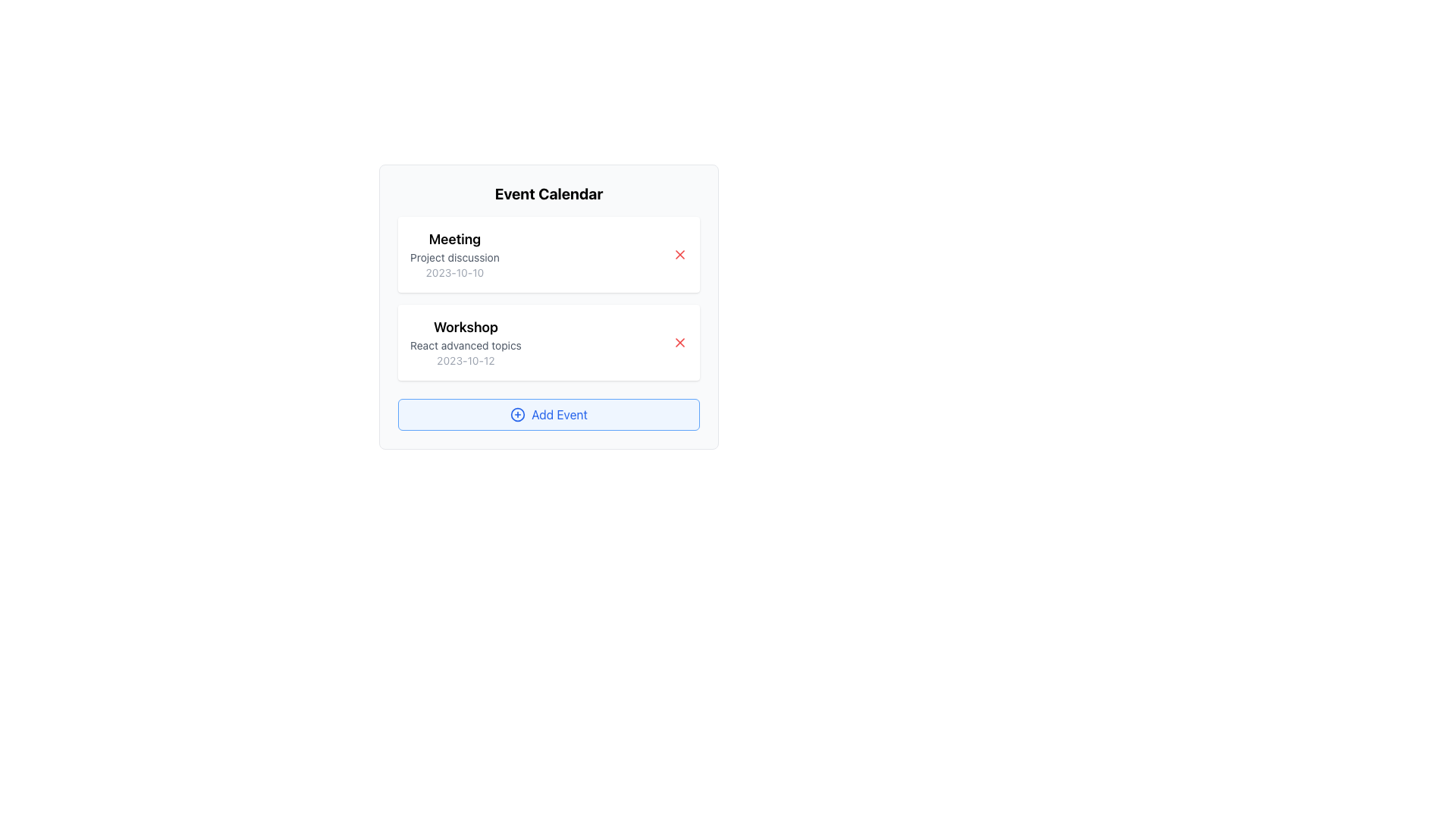 The height and width of the screenshot is (819, 1456). Describe the element at coordinates (465, 327) in the screenshot. I see `the 'Workshop' text label that is styled in bold and large font, located within a card-like structure` at that location.